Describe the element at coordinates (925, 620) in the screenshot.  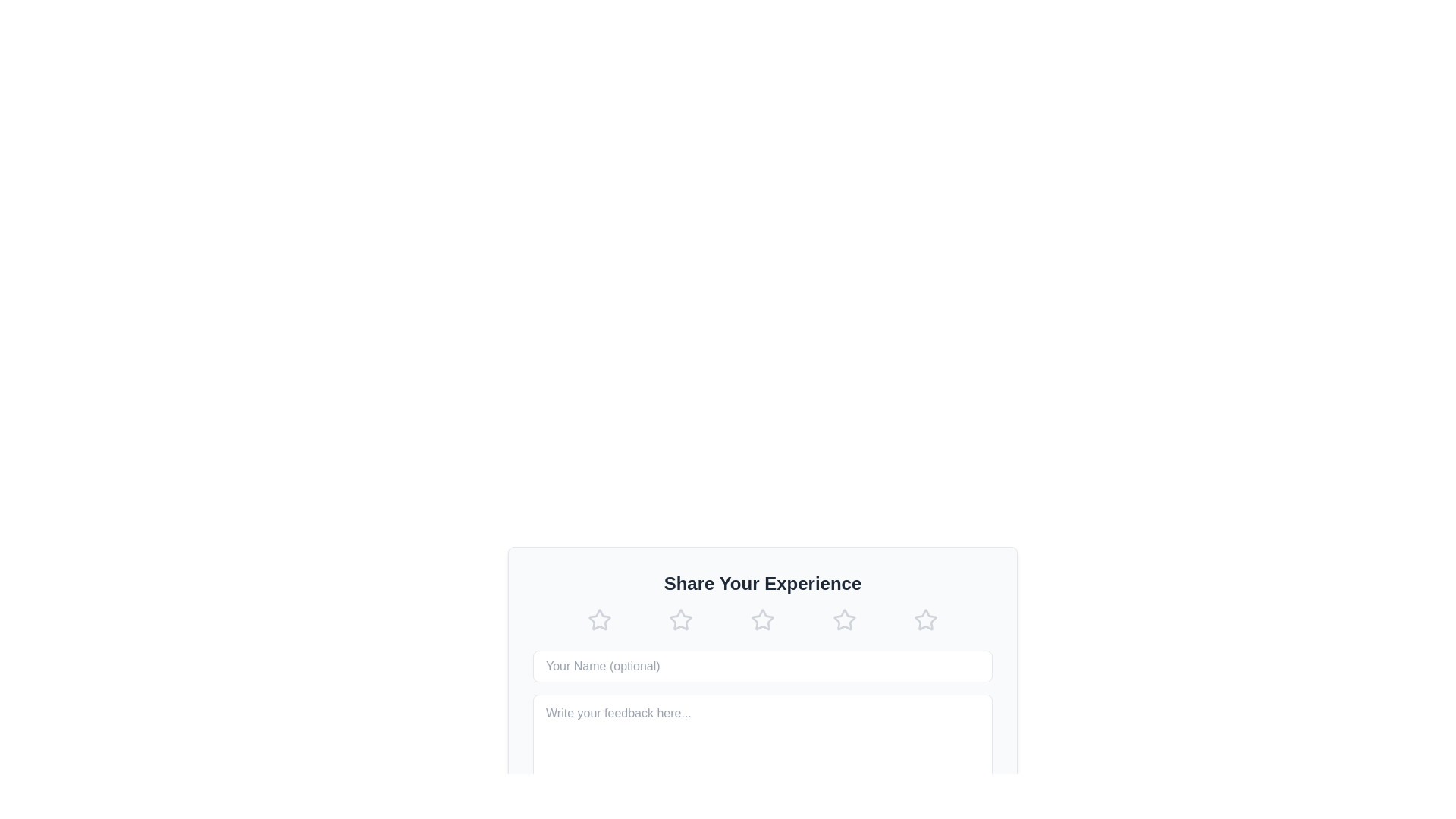
I see `the star-shaped icon with a gray outline` at that location.